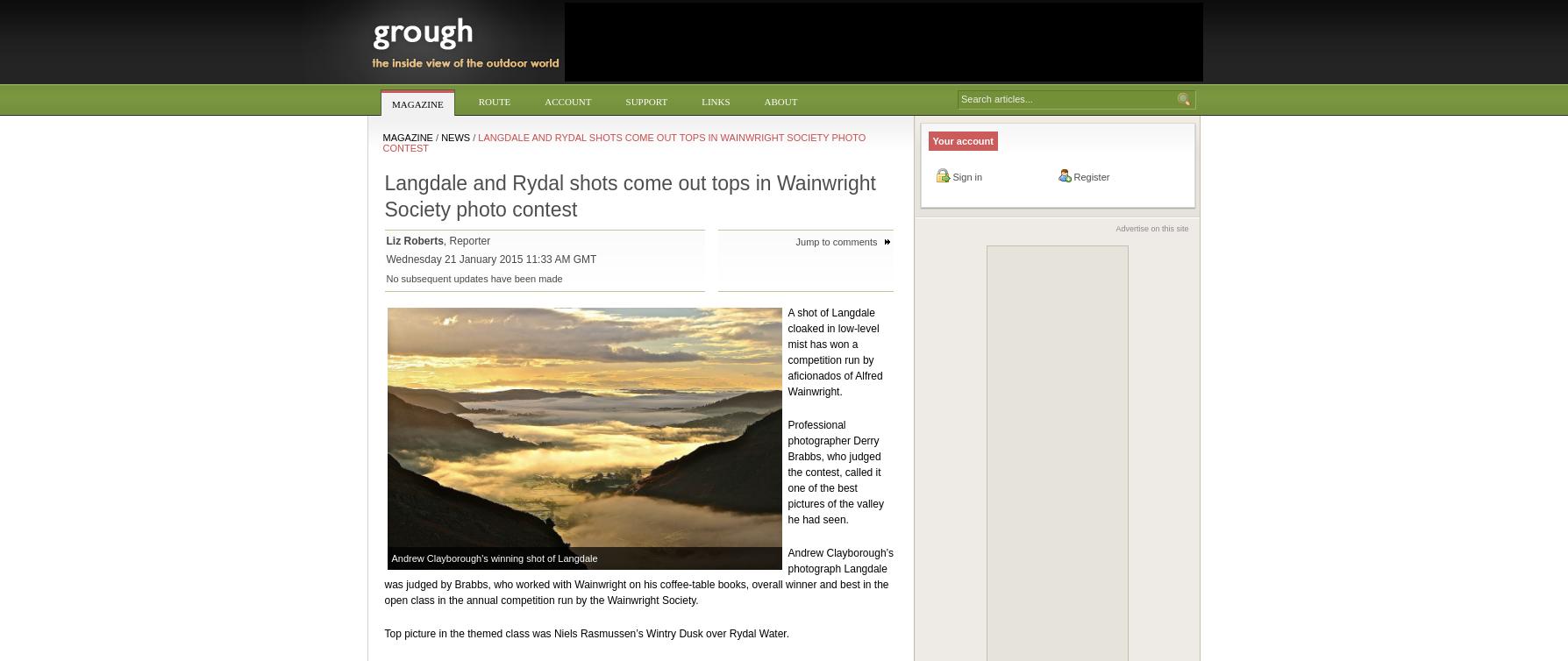 The height and width of the screenshot is (661, 1568). I want to click on 'Your account', so click(962, 140).